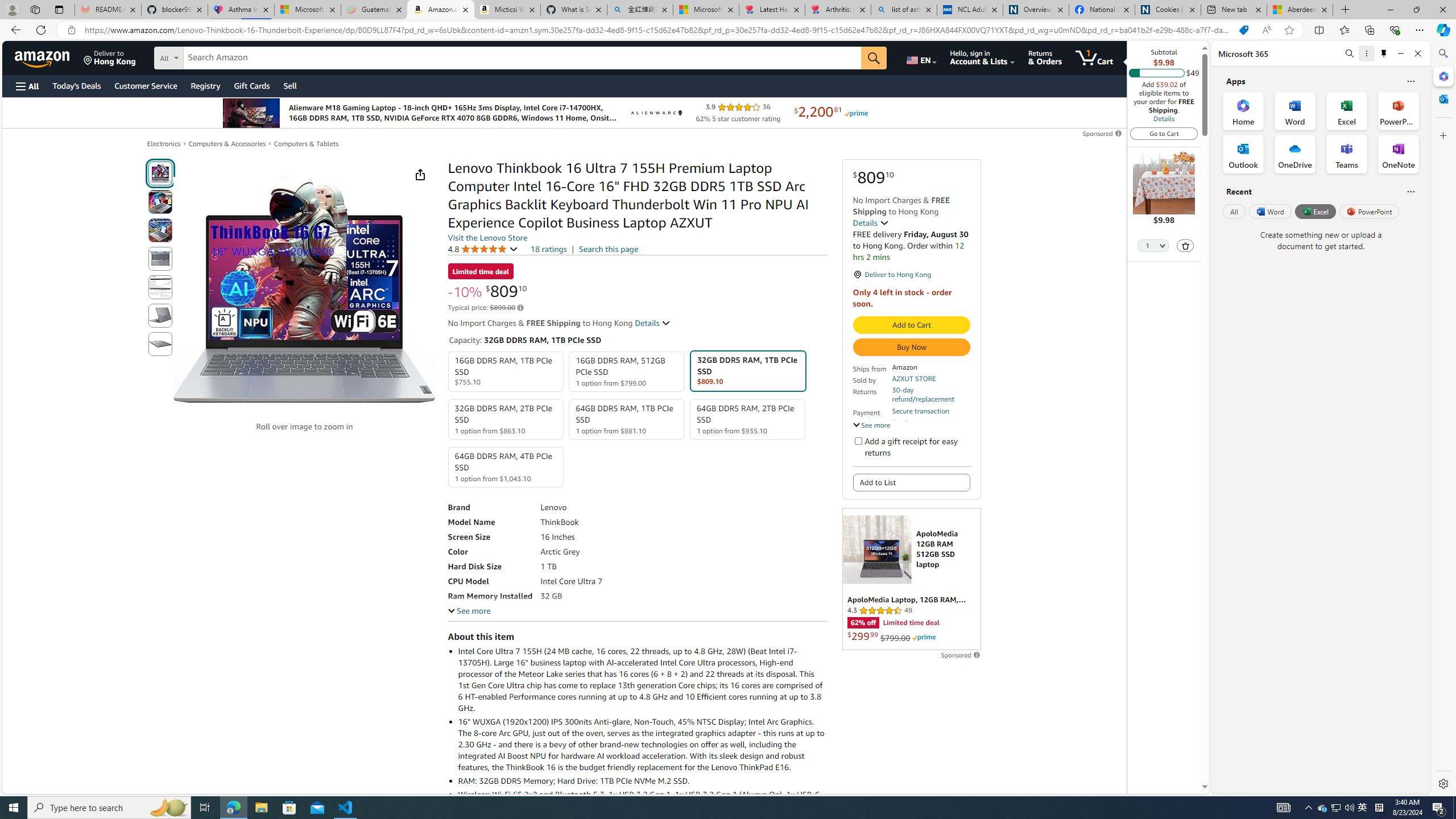 Image resolution: width=1456 pixels, height=819 pixels. What do you see at coordinates (505, 466) in the screenshot?
I see `'64GB DDR5 RAM, 4TB PCIe SSD 1 option from $1,043.10'` at bounding box center [505, 466].